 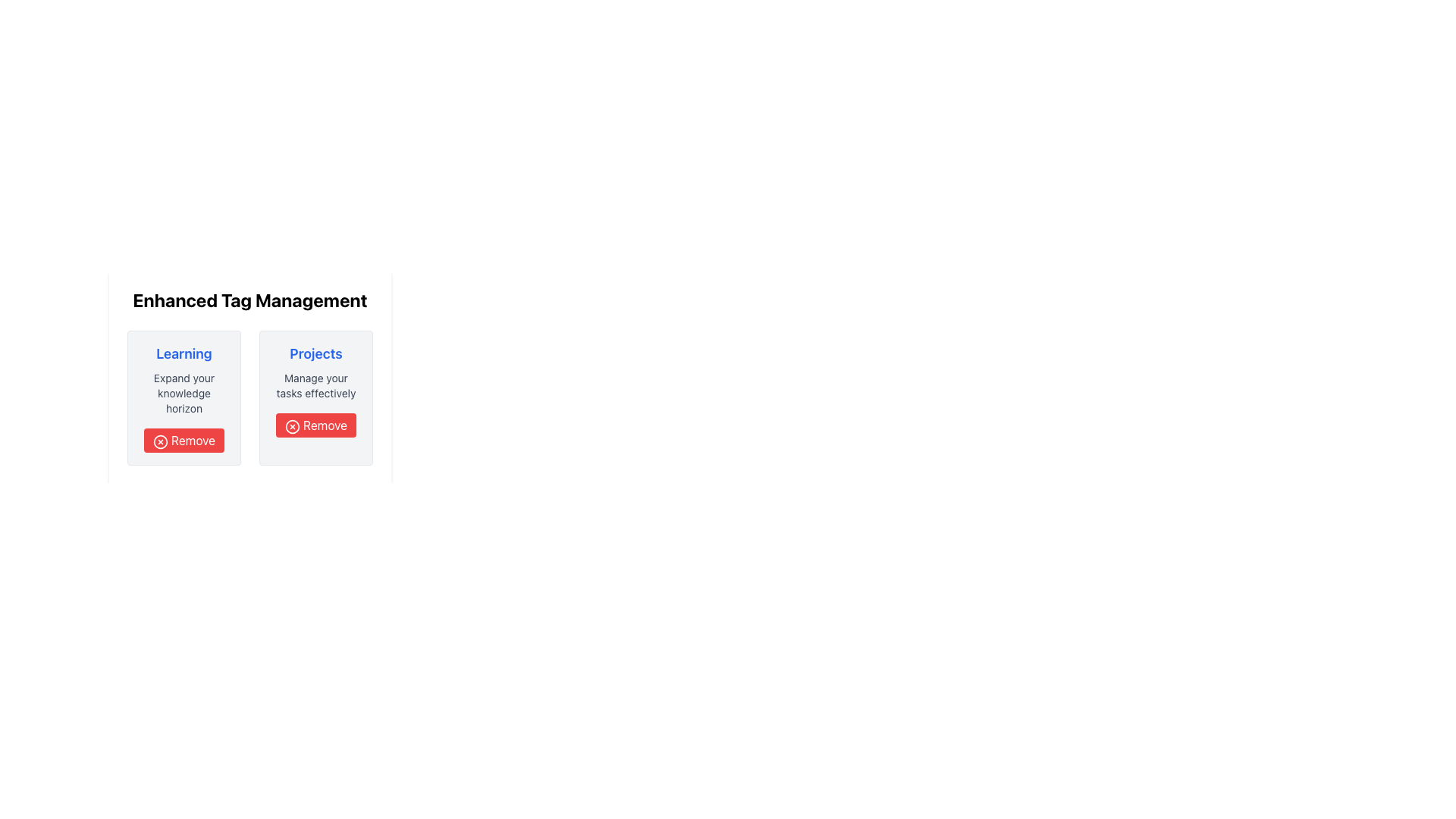 What do you see at coordinates (184, 441) in the screenshot?
I see `the red rectangular button labeled 'Remove' located at the bottom of the 'Learning' card in the 'Enhanced Tag Management' interface` at bounding box center [184, 441].